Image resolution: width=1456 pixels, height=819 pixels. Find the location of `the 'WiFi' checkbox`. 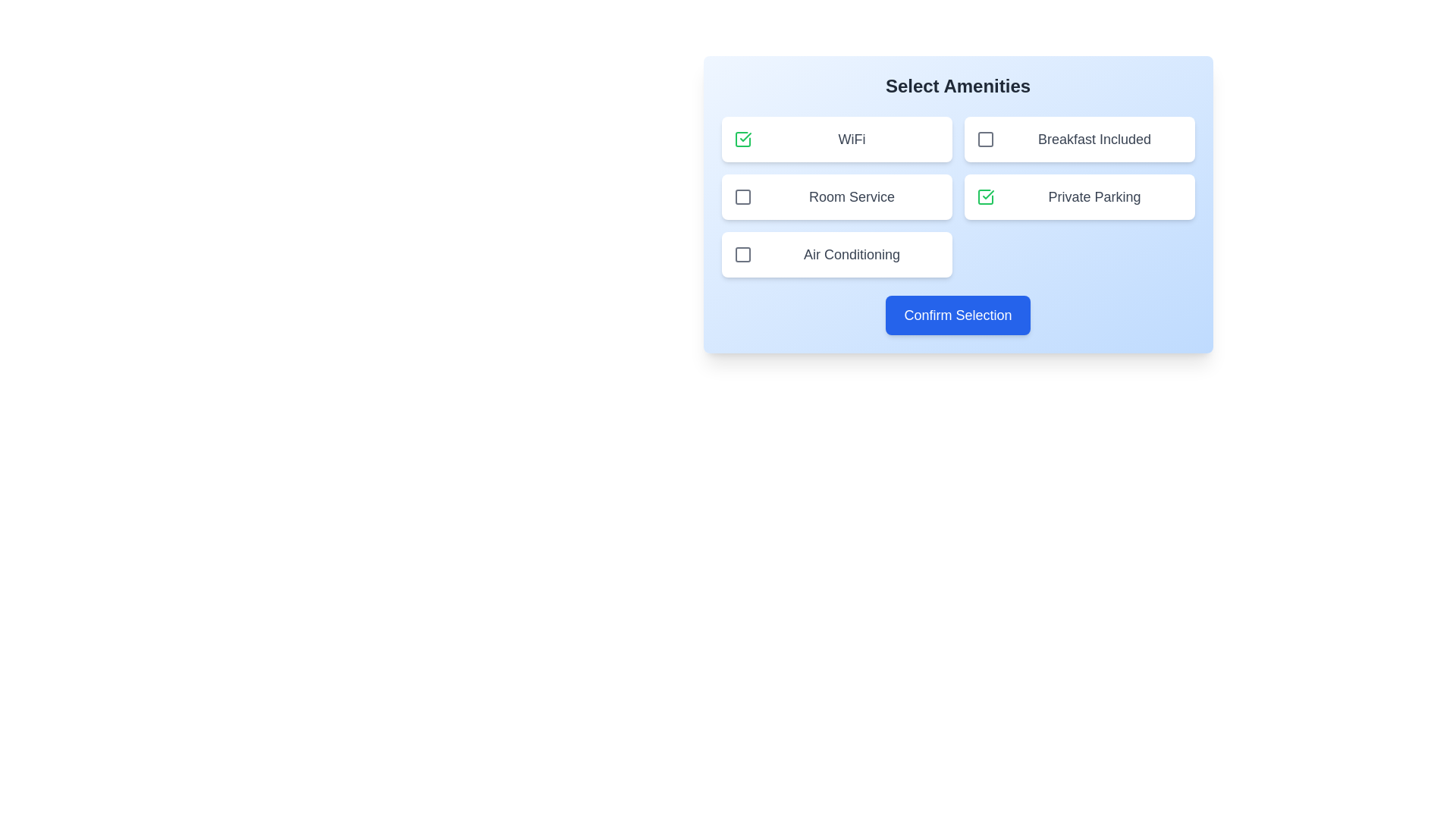

the 'WiFi' checkbox is located at coordinates (742, 140).